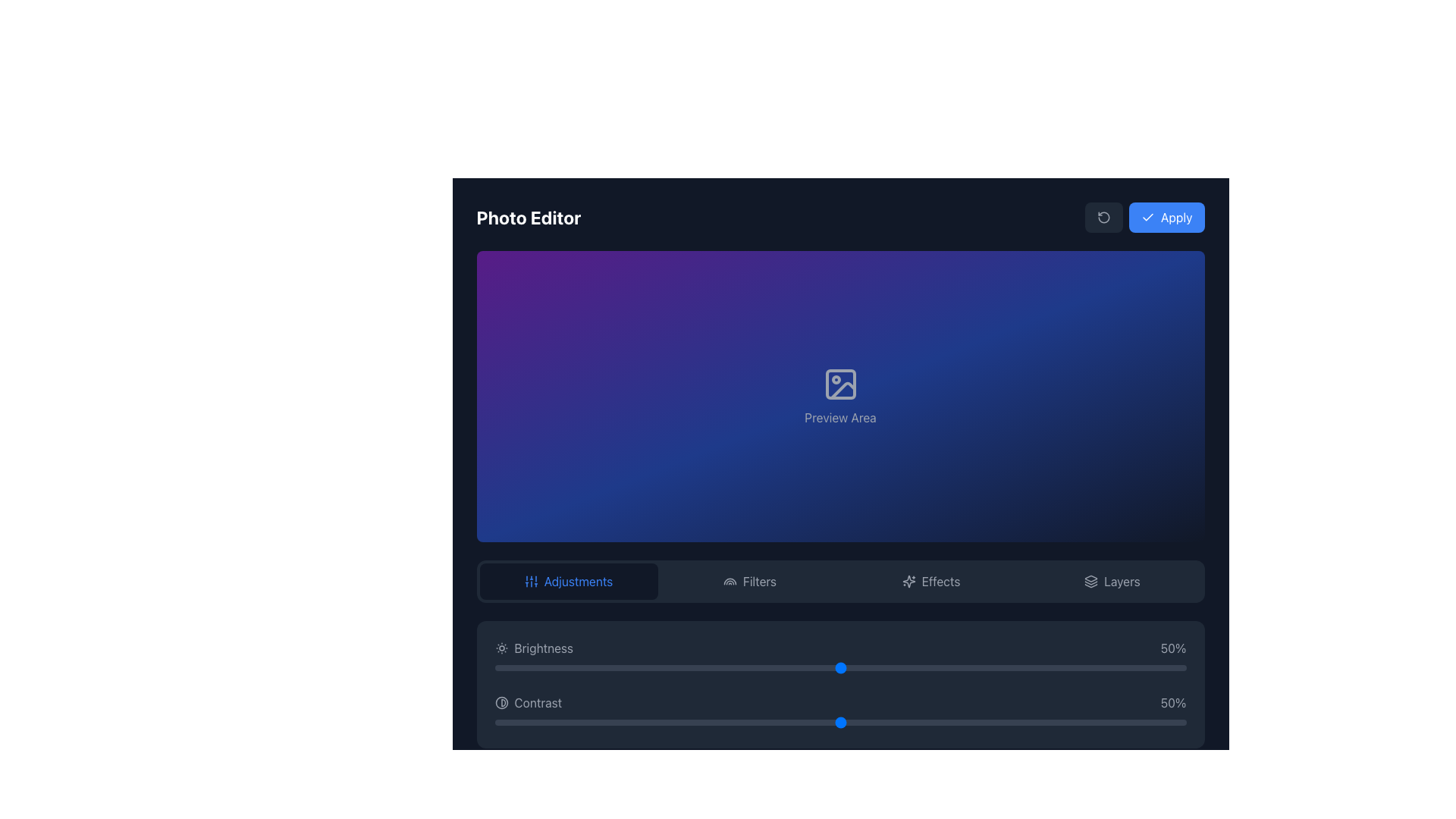  Describe the element at coordinates (1175, 217) in the screenshot. I see `the 'Apply' text element within the blue button in the top-right corner of the interface to trigger visual hover effects` at that location.